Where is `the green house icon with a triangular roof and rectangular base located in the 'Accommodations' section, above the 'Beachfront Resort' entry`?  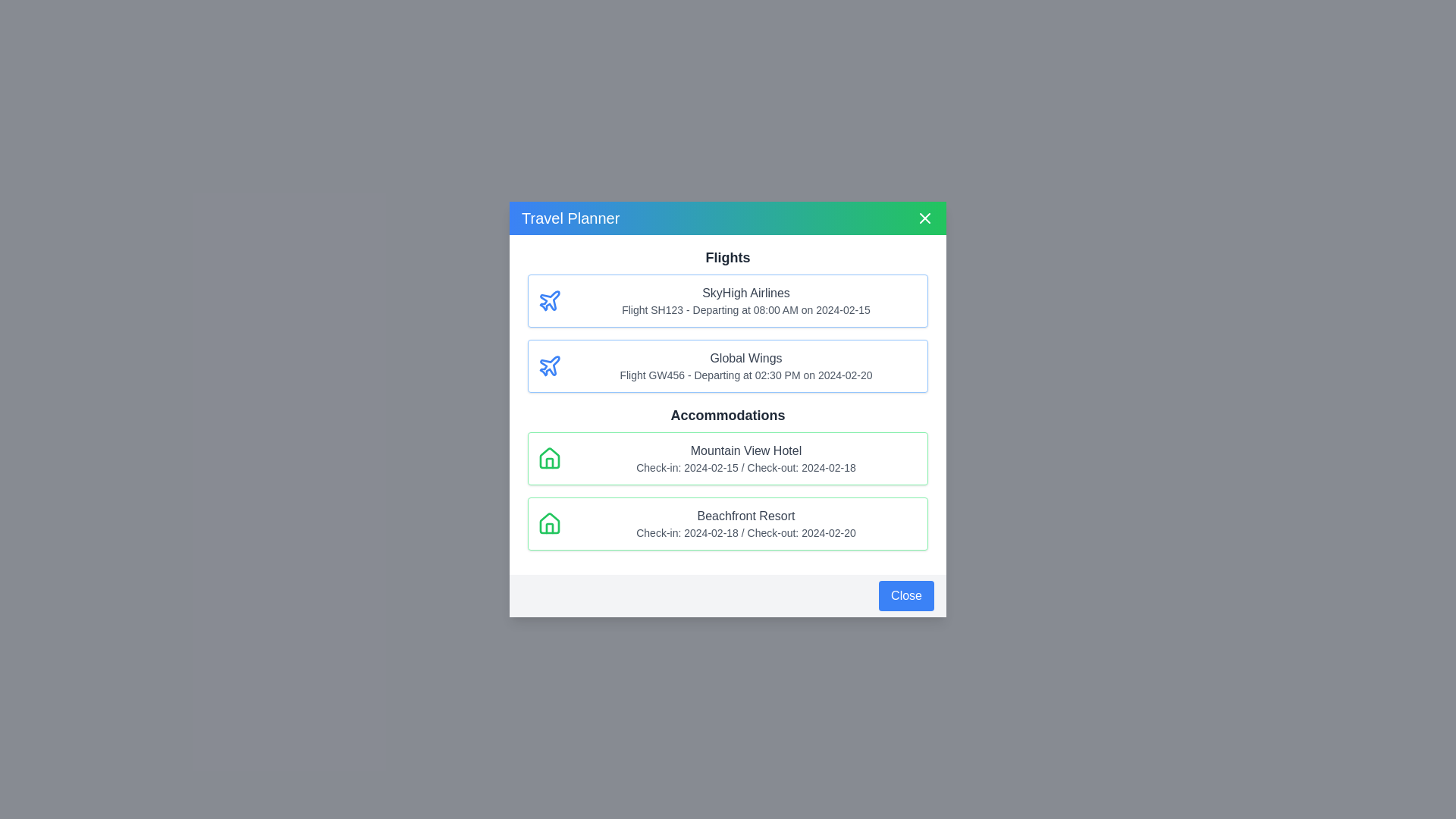 the green house icon with a triangular roof and rectangular base located in the 'Accommodations' section, above the 'Beachfront Resort' entry is located at coordinates (548, 457).